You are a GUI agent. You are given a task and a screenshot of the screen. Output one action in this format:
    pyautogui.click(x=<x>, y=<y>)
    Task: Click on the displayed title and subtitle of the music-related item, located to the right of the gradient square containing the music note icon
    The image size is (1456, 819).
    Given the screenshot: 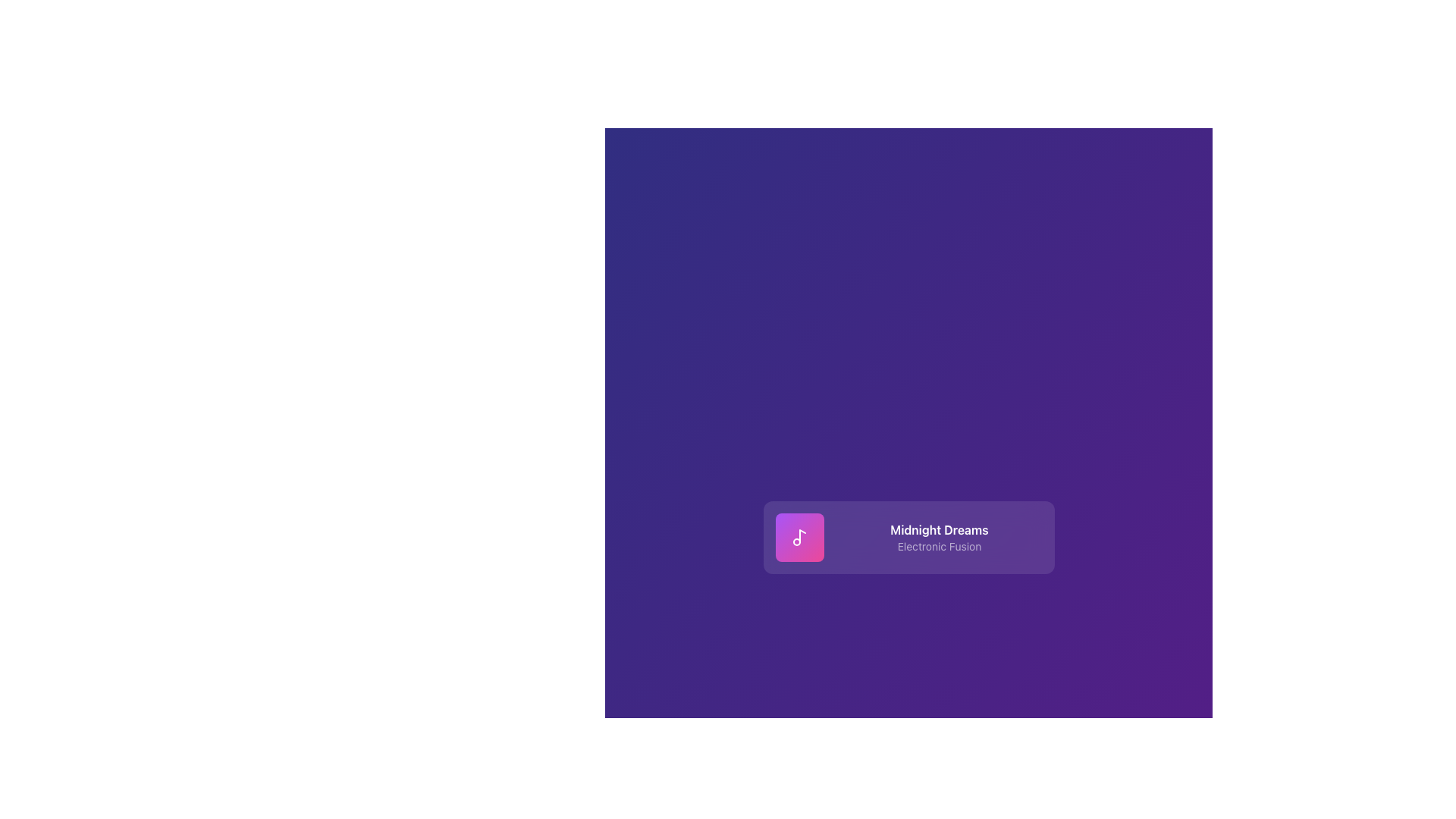 What is the action you would take?
    pyautogui.click(x=938, y=537)
    